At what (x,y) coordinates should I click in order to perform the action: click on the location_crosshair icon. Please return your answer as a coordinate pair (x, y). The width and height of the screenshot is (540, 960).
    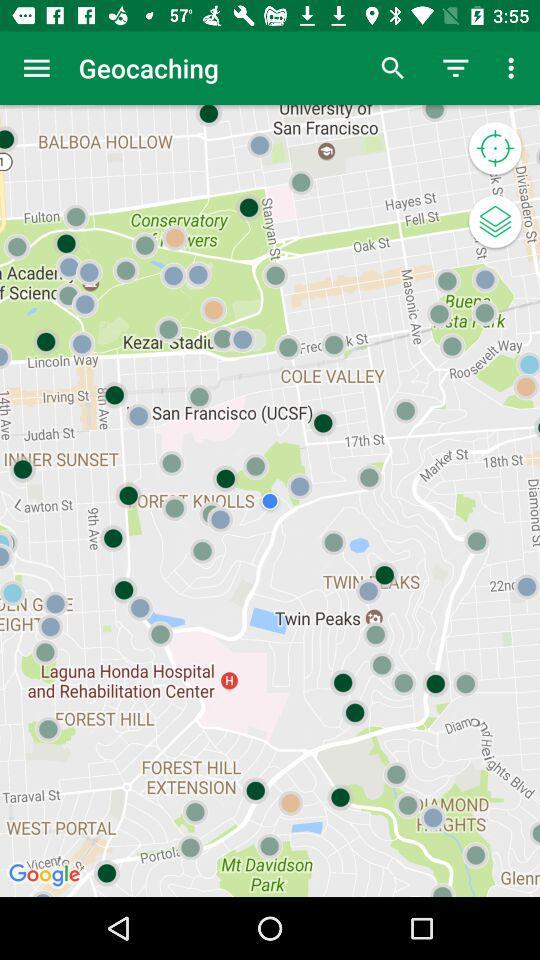
    Looking at the image, I should click on (494, 148).